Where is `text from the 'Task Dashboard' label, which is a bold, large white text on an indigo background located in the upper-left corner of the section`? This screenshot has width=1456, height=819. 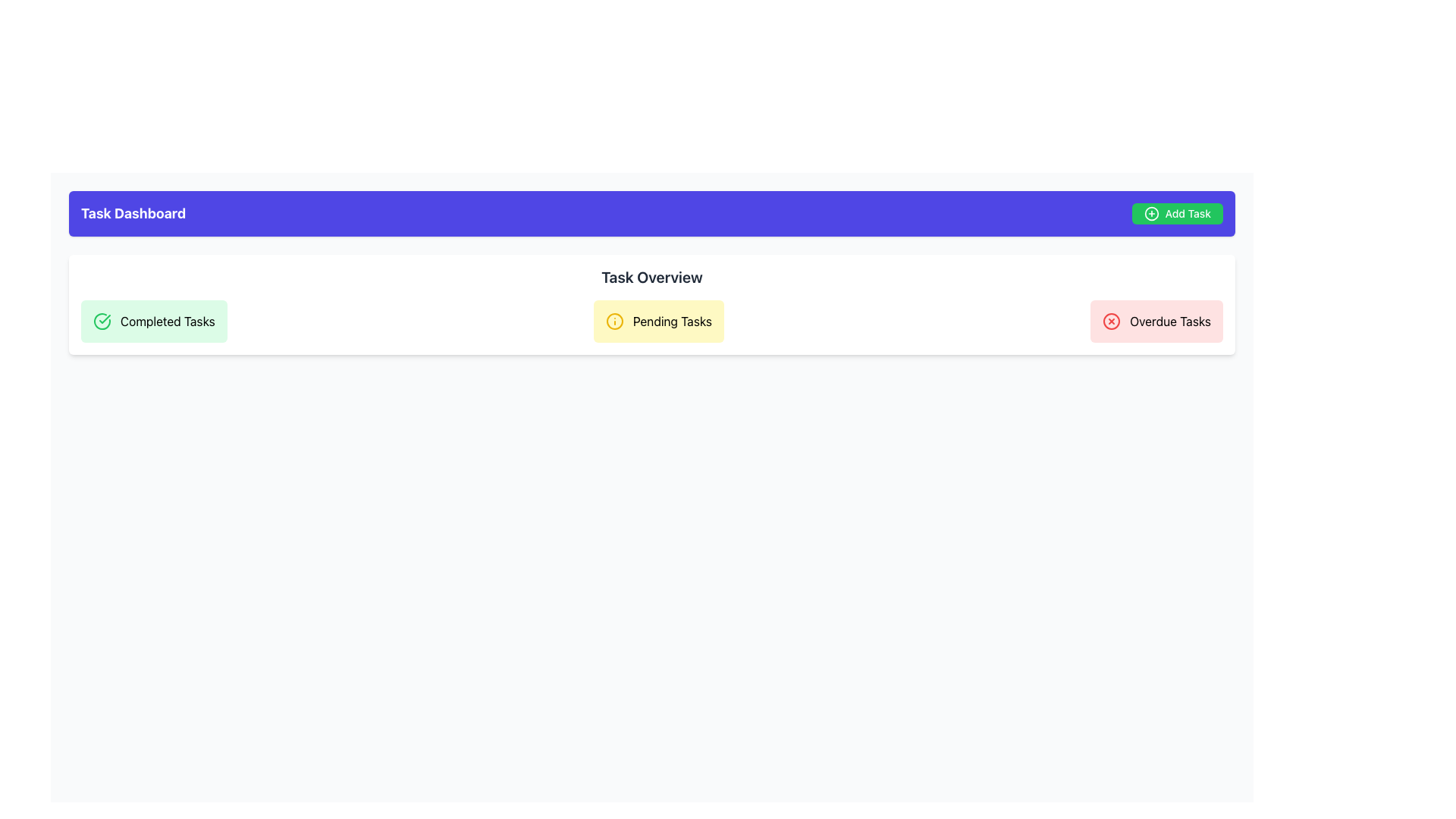 text from the 'Task Dashboard' label, which is a bold, large white text on an indigo background located in the upper-left corner of the section is located at coordinates (133, 213).